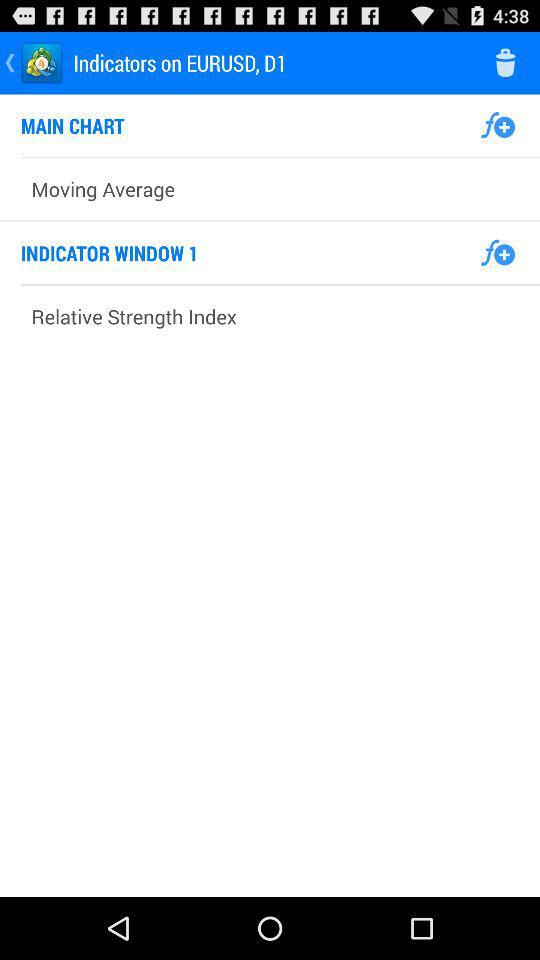 The width and height of the screenshot is (540, 960). Describe the element at coordinates (496, 124) in the screenshot. I see `increase f-stop` at that location.